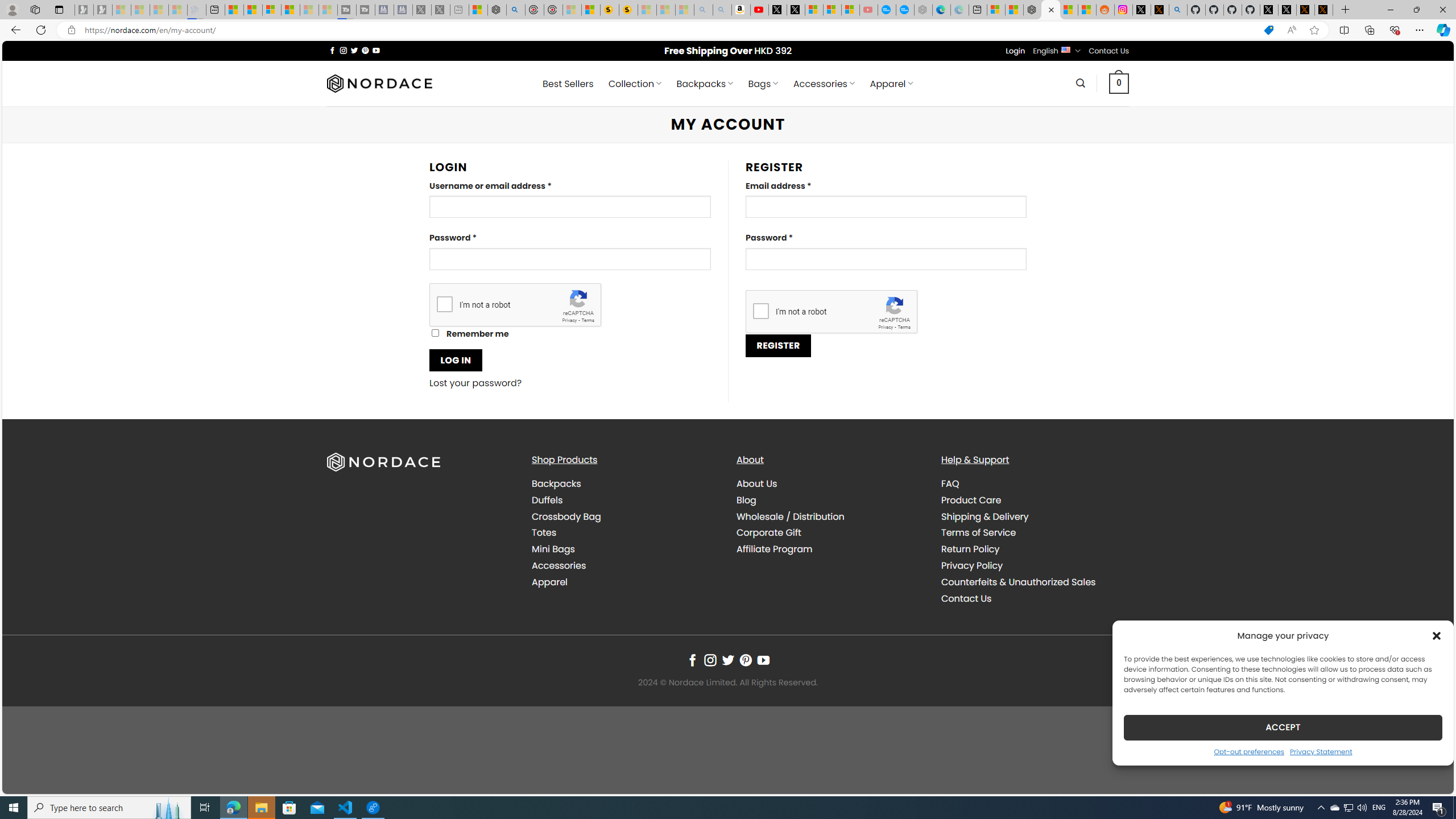  What do you see at coordinates (1087, 9) in the screenshot?
I see `'Shanghai, China Weather trends | Microsoft Weather'` at bounding box center [1087, 9].